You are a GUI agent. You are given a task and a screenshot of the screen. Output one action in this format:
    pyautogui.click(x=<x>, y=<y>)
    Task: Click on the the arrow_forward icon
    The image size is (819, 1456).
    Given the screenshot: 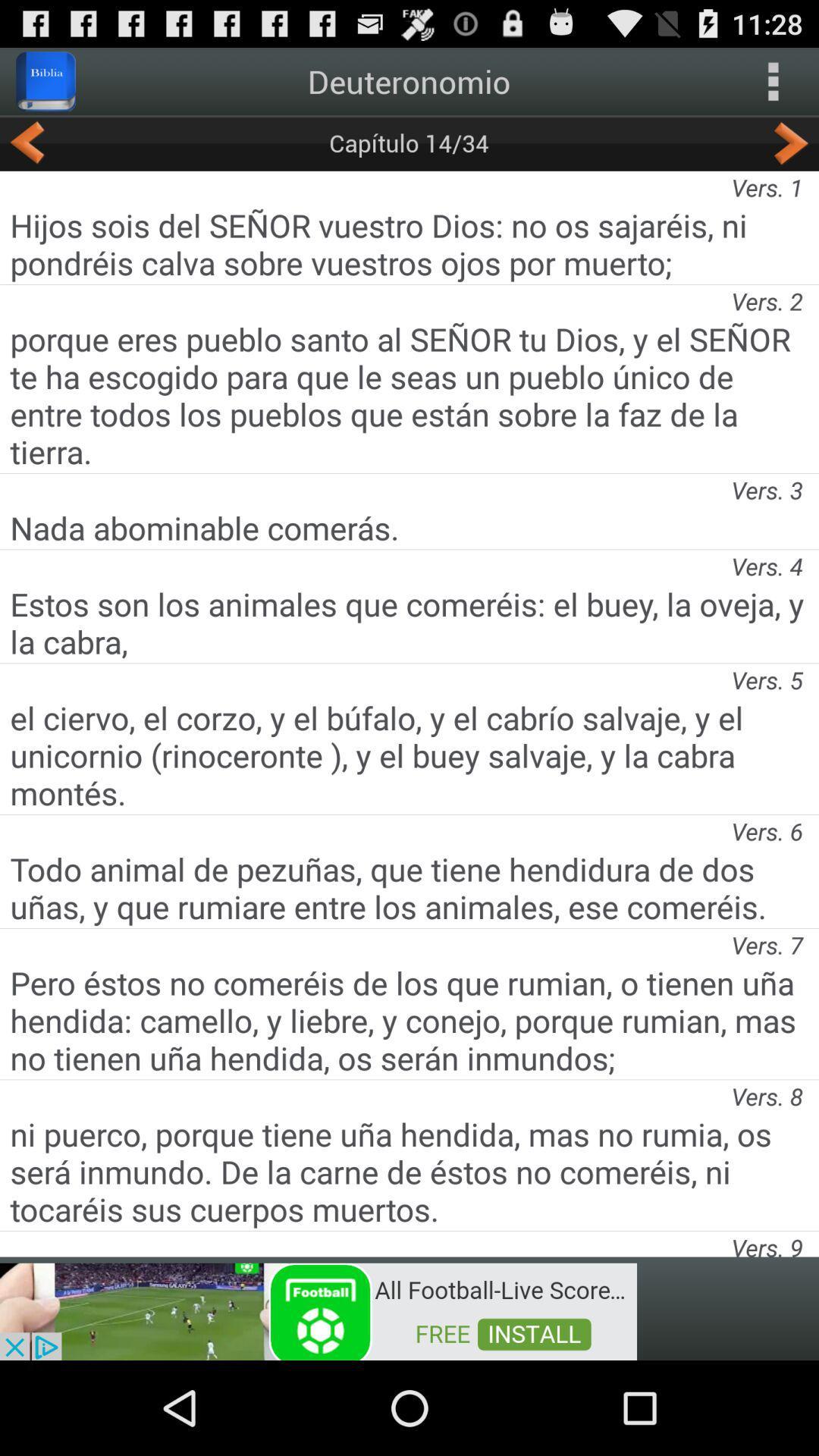 What is the action you would take?
    pyautogui.click(x=790, y=153)
    